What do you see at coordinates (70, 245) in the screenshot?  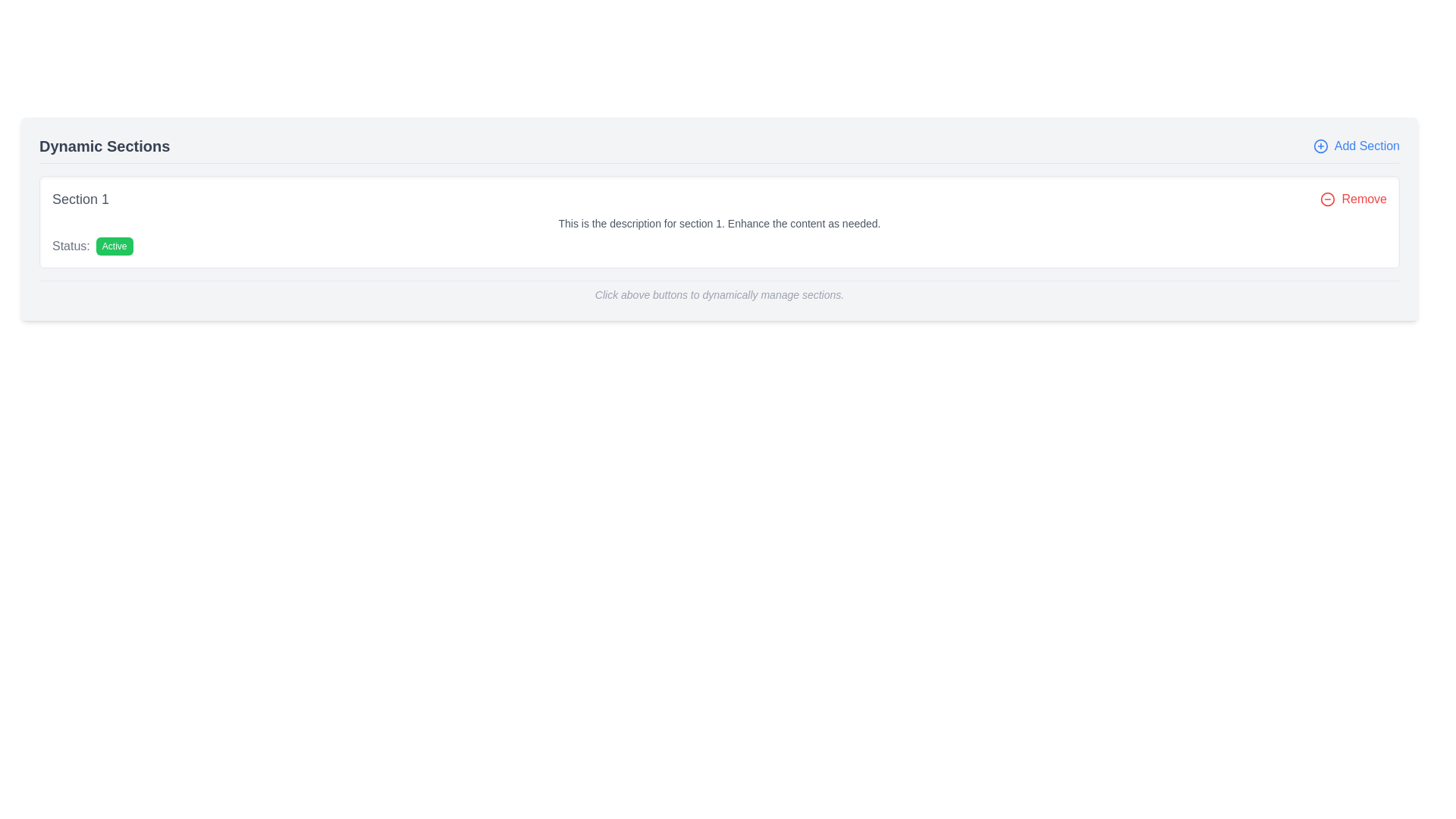 I see `the static text element labeled 'Status:' in gray font, located on the left side of the second line within 'Section 1'` at bounding box center [70, 245].